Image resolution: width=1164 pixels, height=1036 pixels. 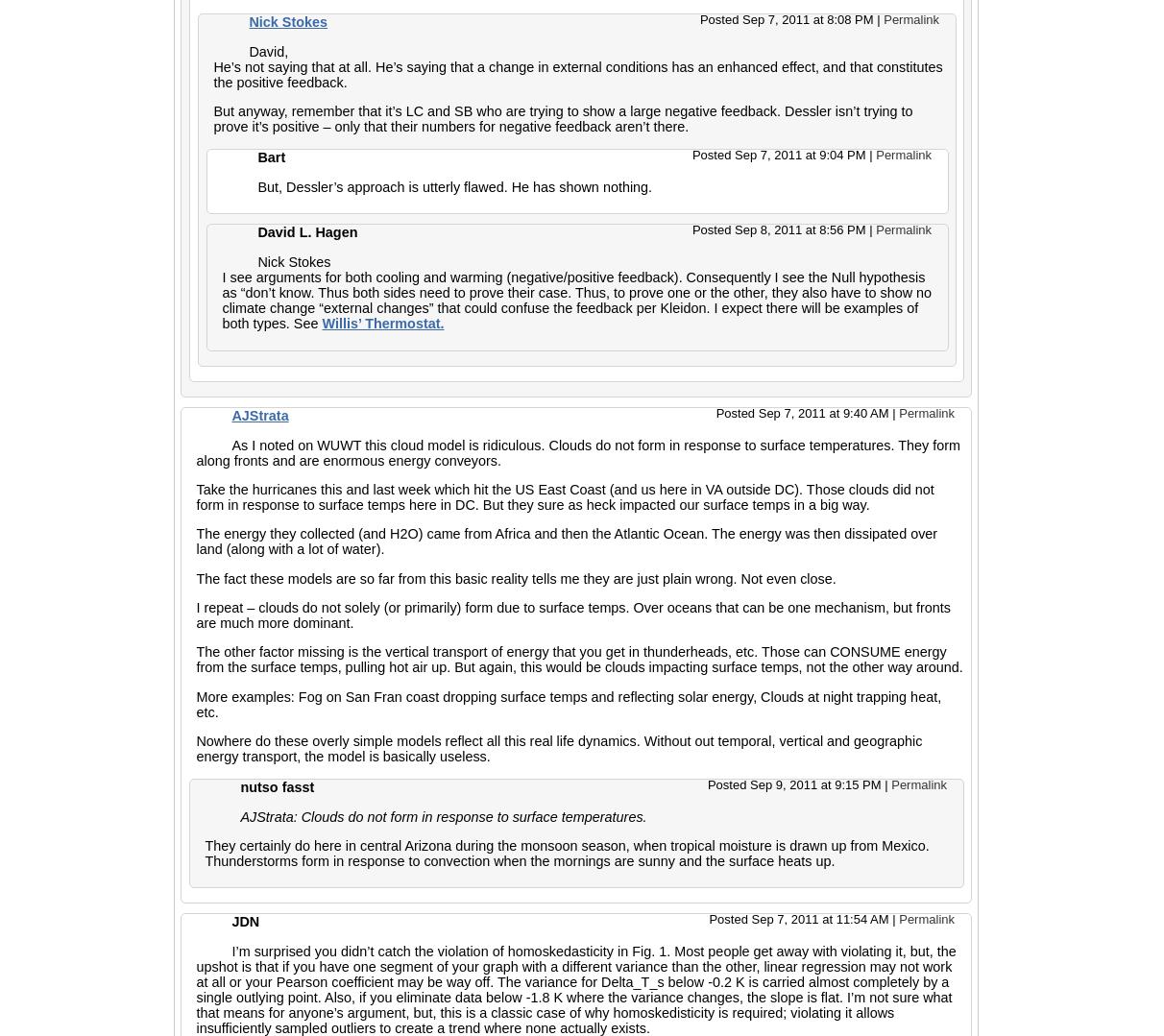 What do you see at coordinates (194, 540) in the screenshot?
I see `'The energy they collected (and H2O) came from Africa and then the Atlantic Ocean. The energy was then dissipated over land (along with a lot of water).'` at bounding box center [194, 540].